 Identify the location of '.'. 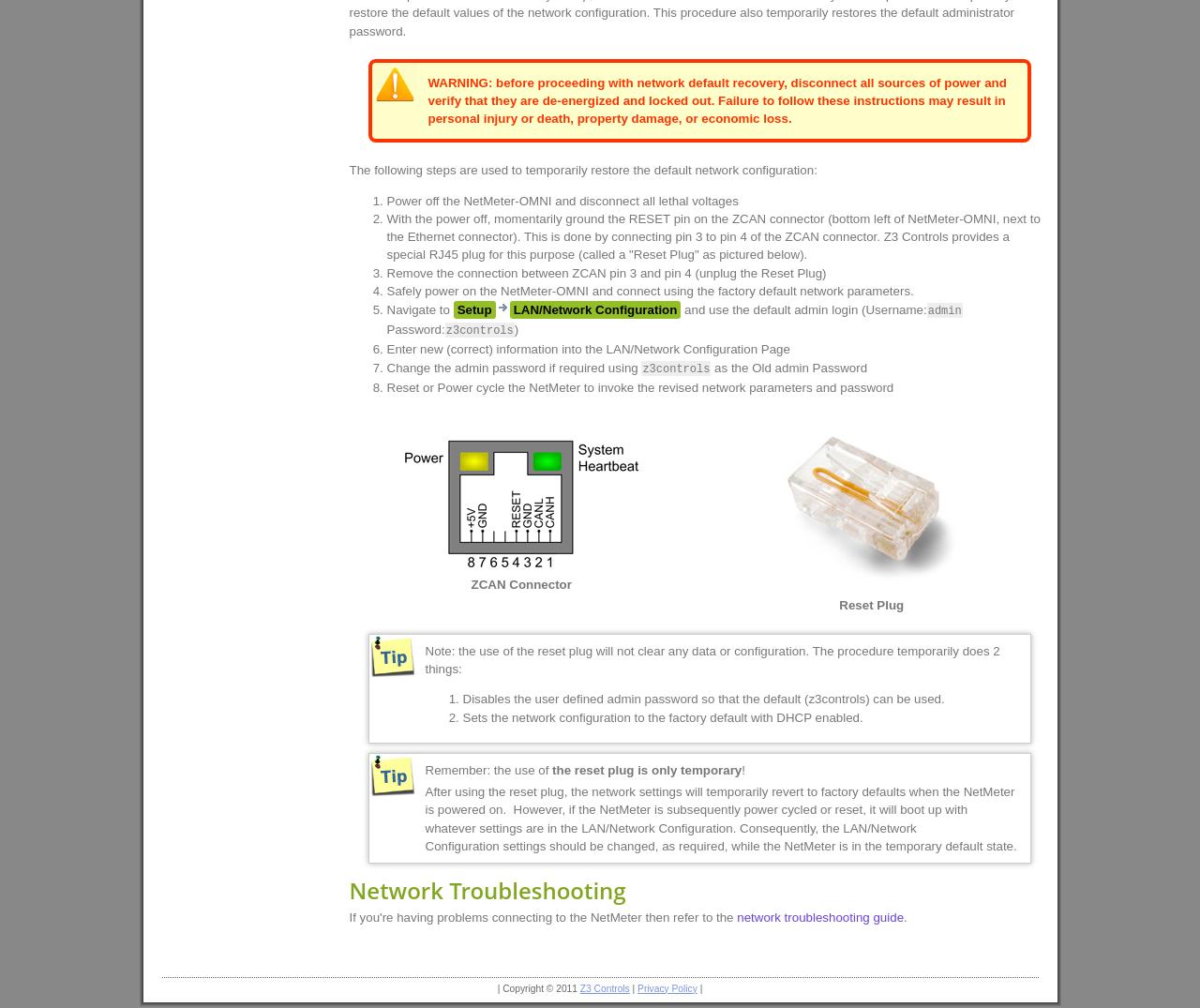
(905, 916).